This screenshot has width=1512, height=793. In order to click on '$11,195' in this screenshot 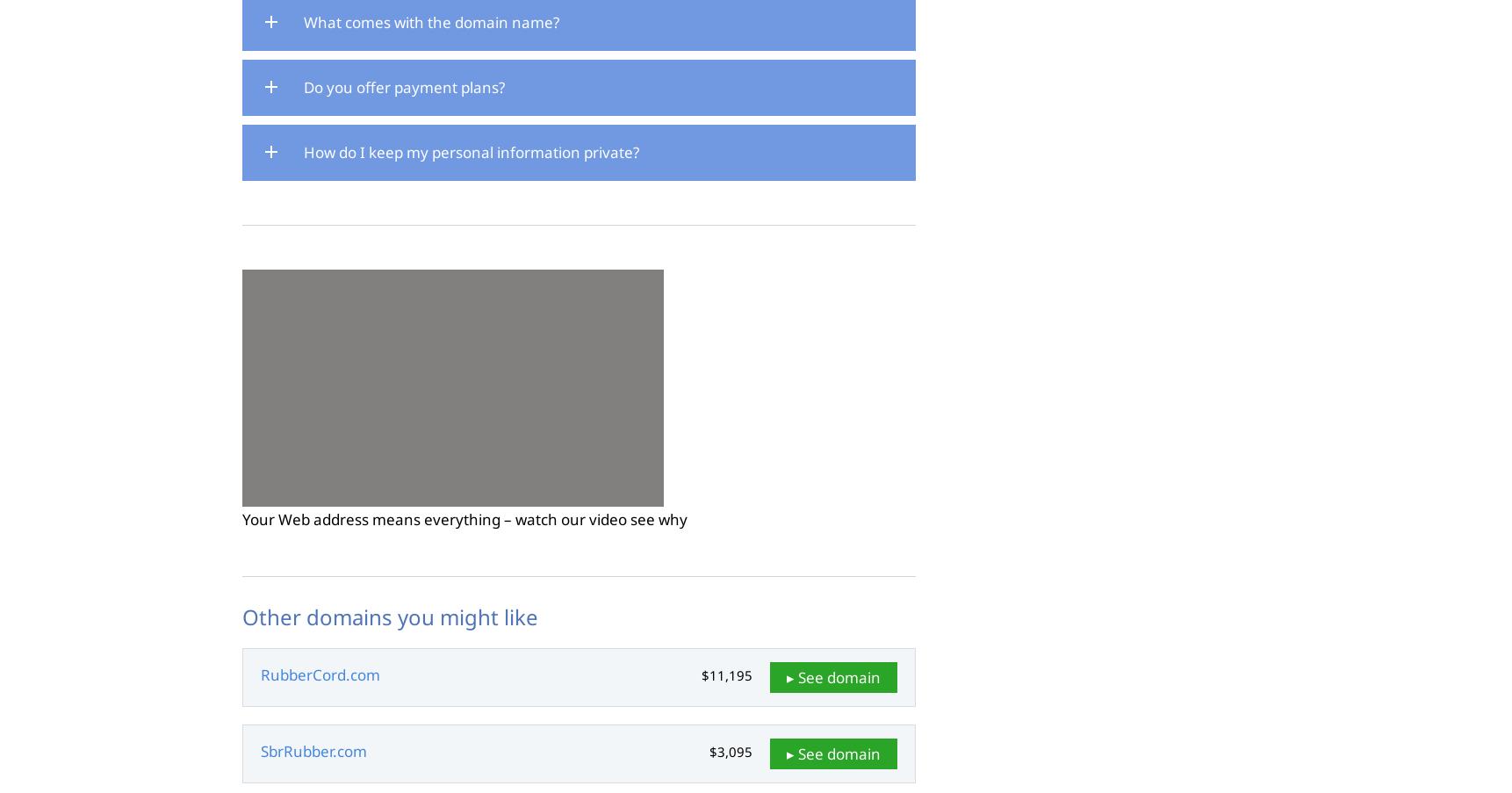, I will do `click(702, 674)`.